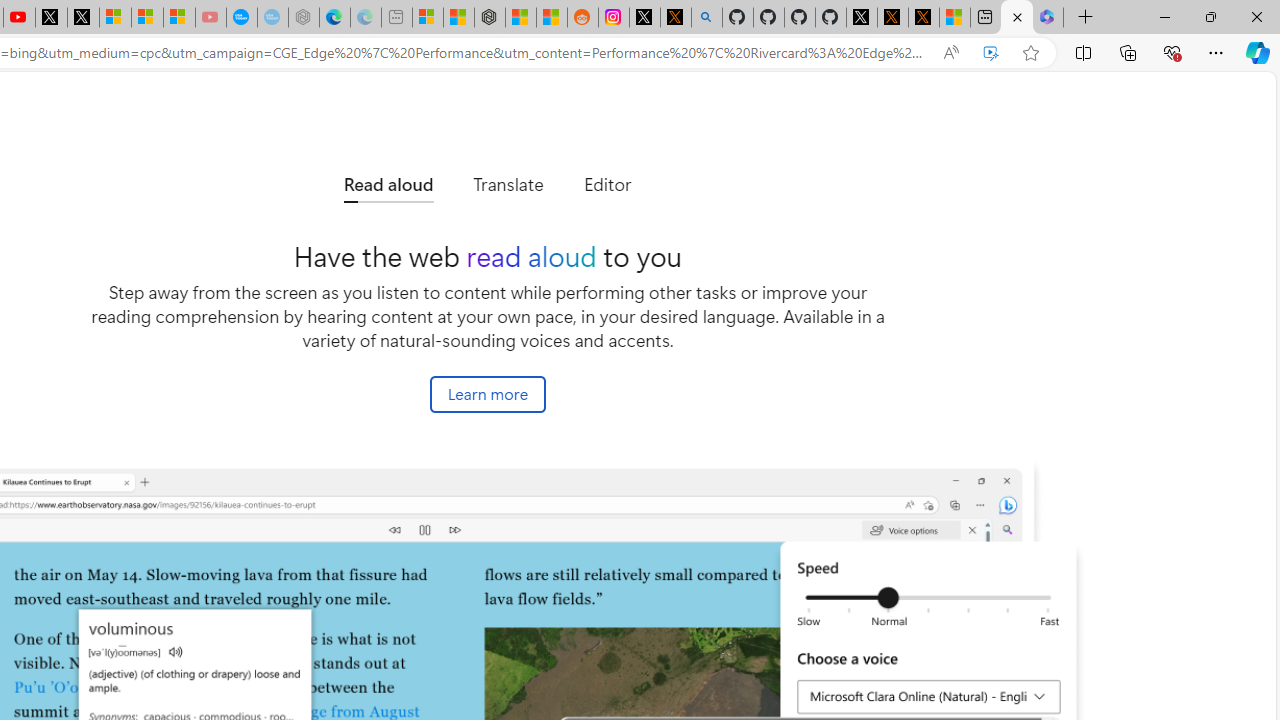 Image resolution: width=1280 pixels, height=720 pixels. I want to click on 'Log in to X / X', so click(645, 17).